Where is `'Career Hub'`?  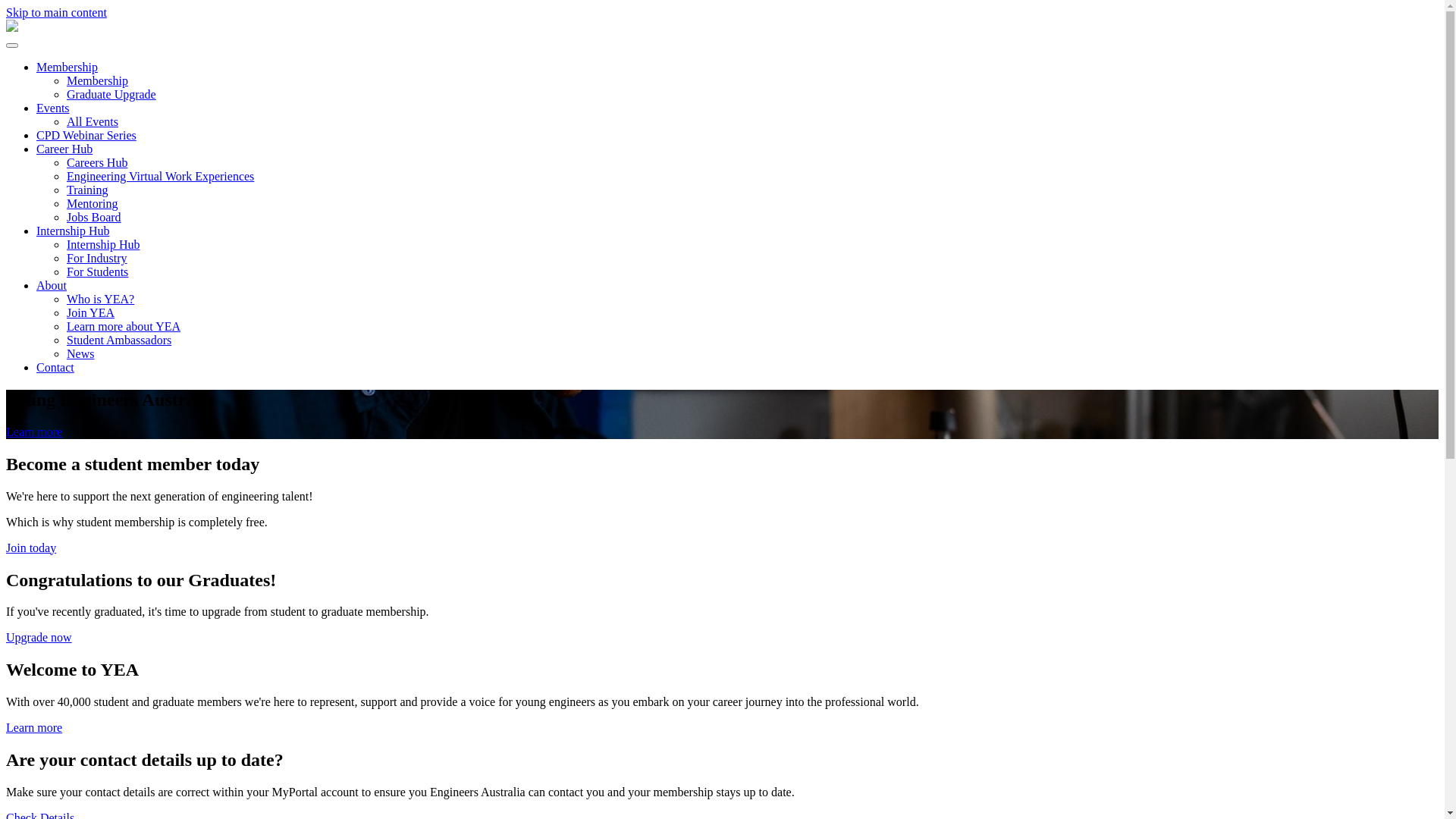 'Career Hub' is located at coordinates (64, 149).